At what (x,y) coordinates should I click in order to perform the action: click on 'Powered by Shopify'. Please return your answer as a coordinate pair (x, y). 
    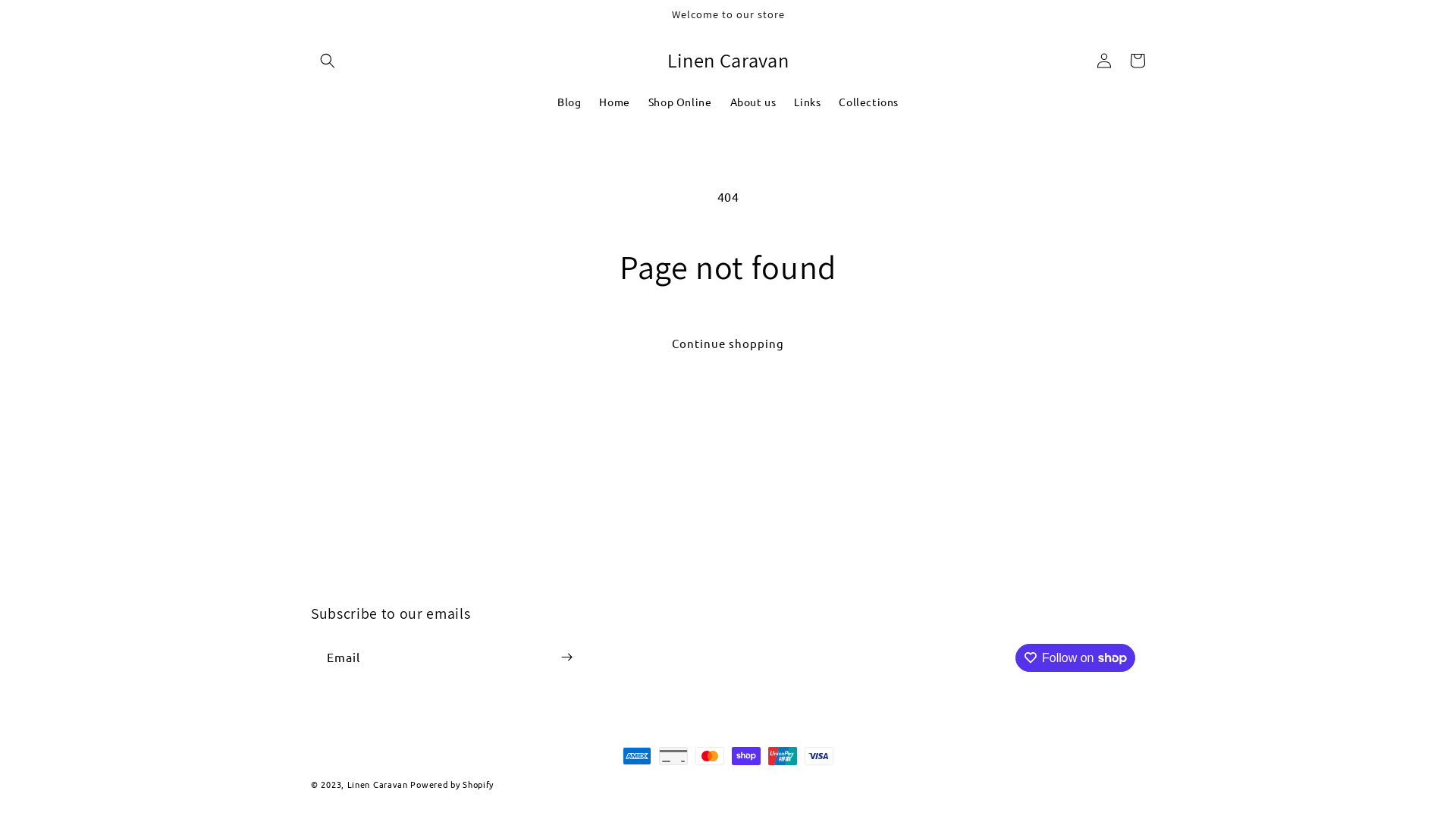
    Looking at the image, I should click on (450, 783).